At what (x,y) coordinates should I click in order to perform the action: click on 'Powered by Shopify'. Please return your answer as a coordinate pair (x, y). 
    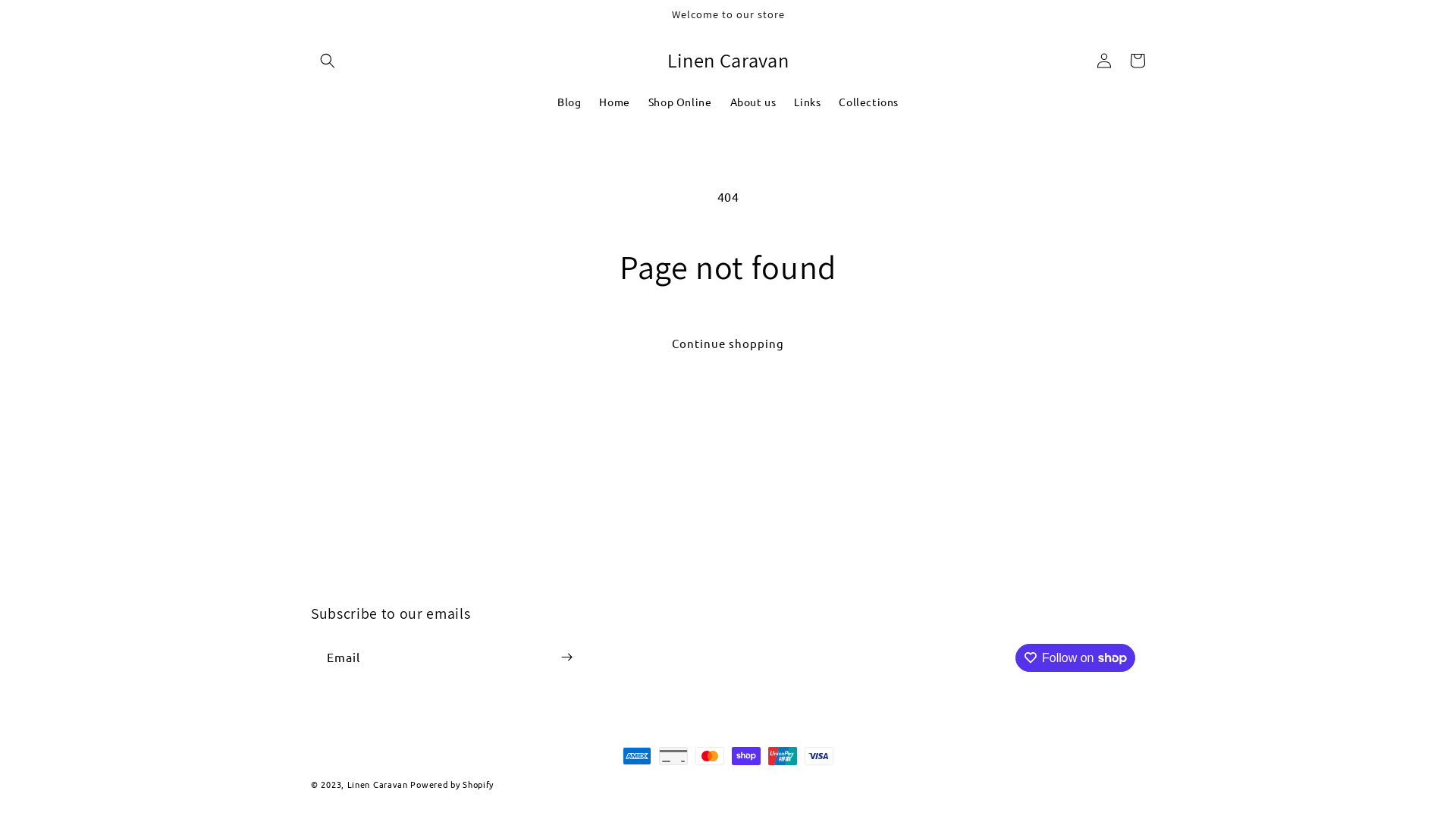
    Looking at the image, I should click on (450, 783).